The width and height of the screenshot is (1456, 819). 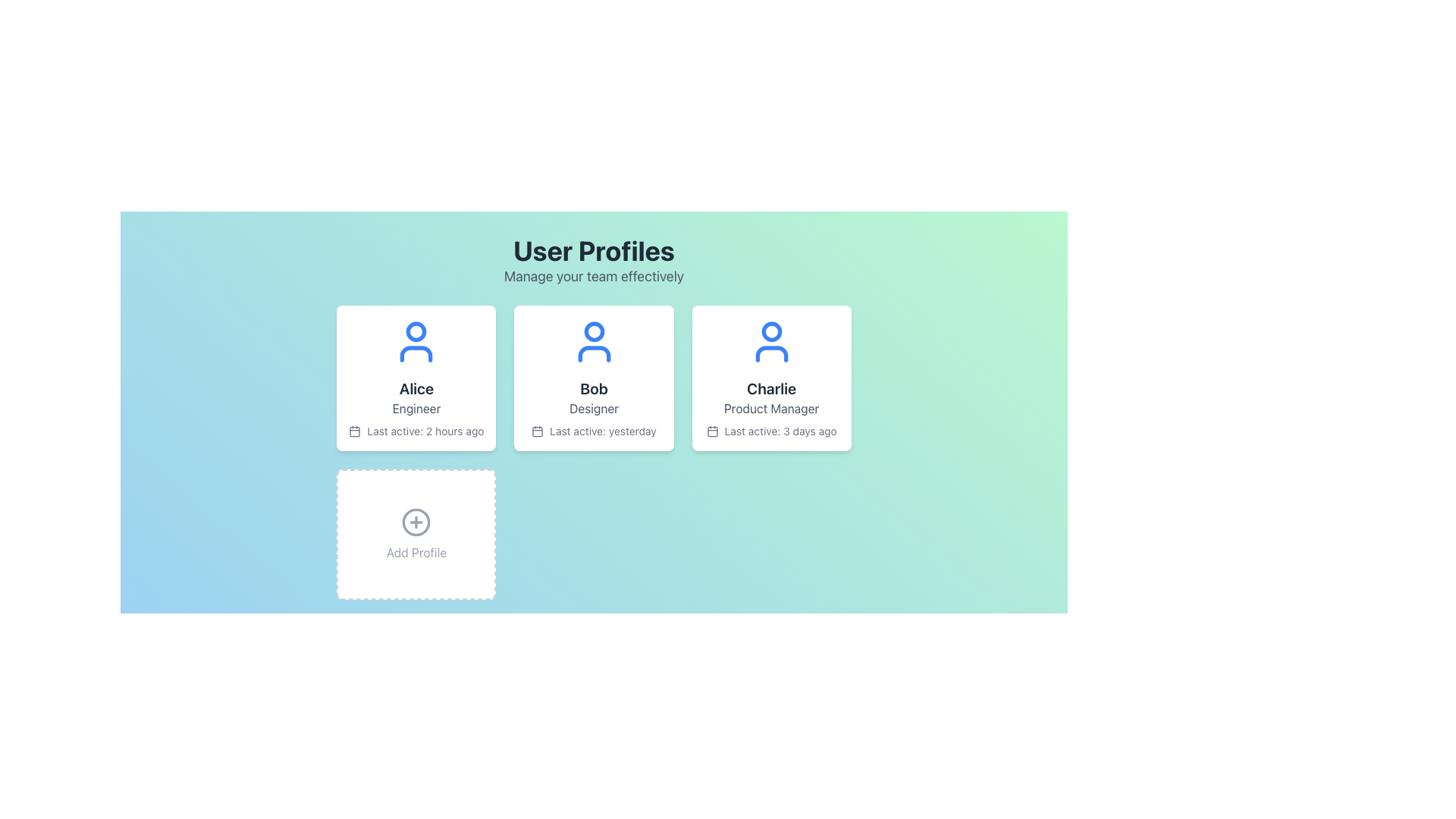 I want to click on the text label reading 'Product Manager', which is styled in gray and located beneath the name 'Charlie' in the third user profile card, so click(x=771, y=408).